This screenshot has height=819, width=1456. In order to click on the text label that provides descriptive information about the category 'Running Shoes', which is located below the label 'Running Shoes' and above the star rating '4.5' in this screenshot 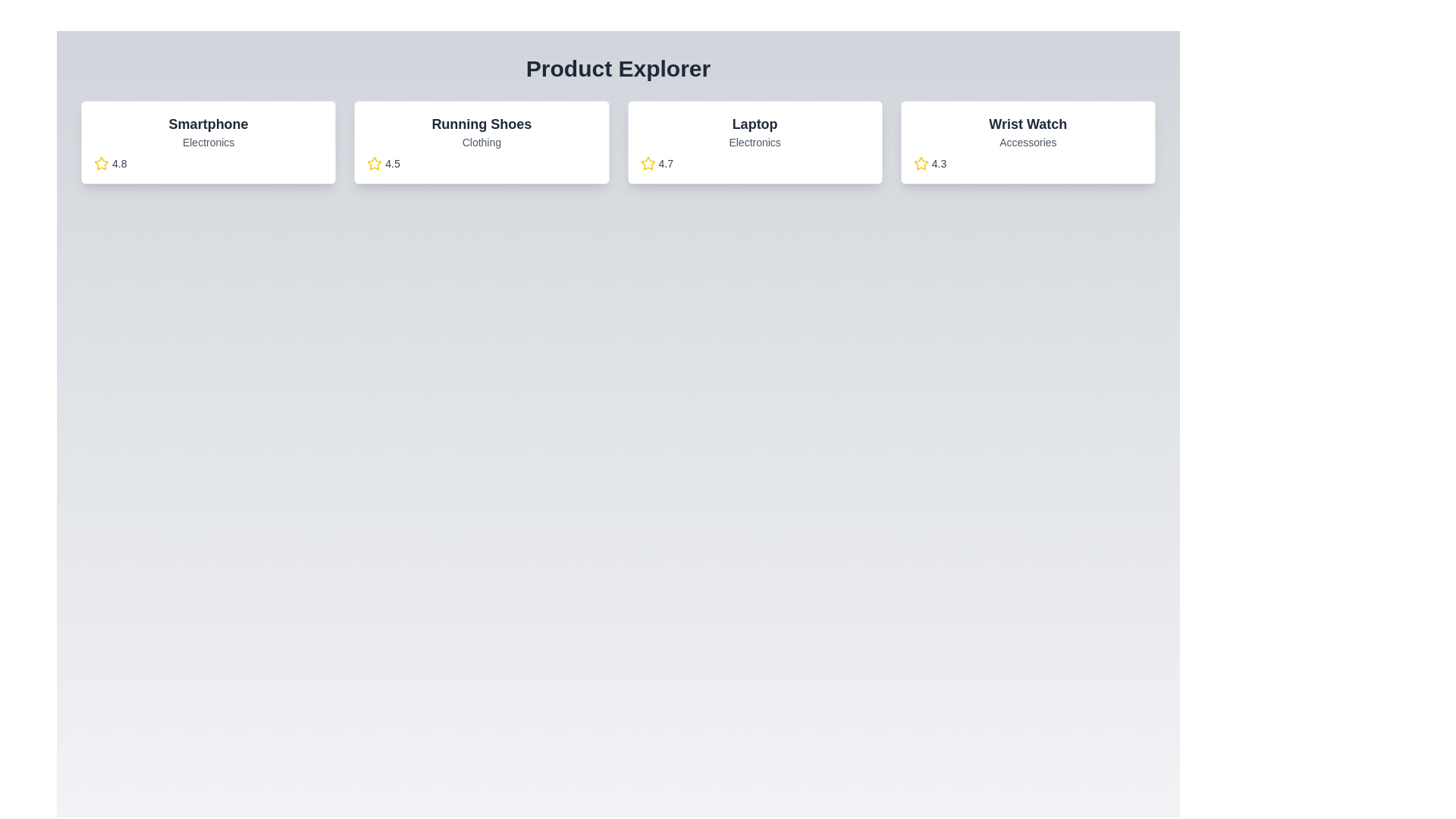, I will do `click(481, 143)`.